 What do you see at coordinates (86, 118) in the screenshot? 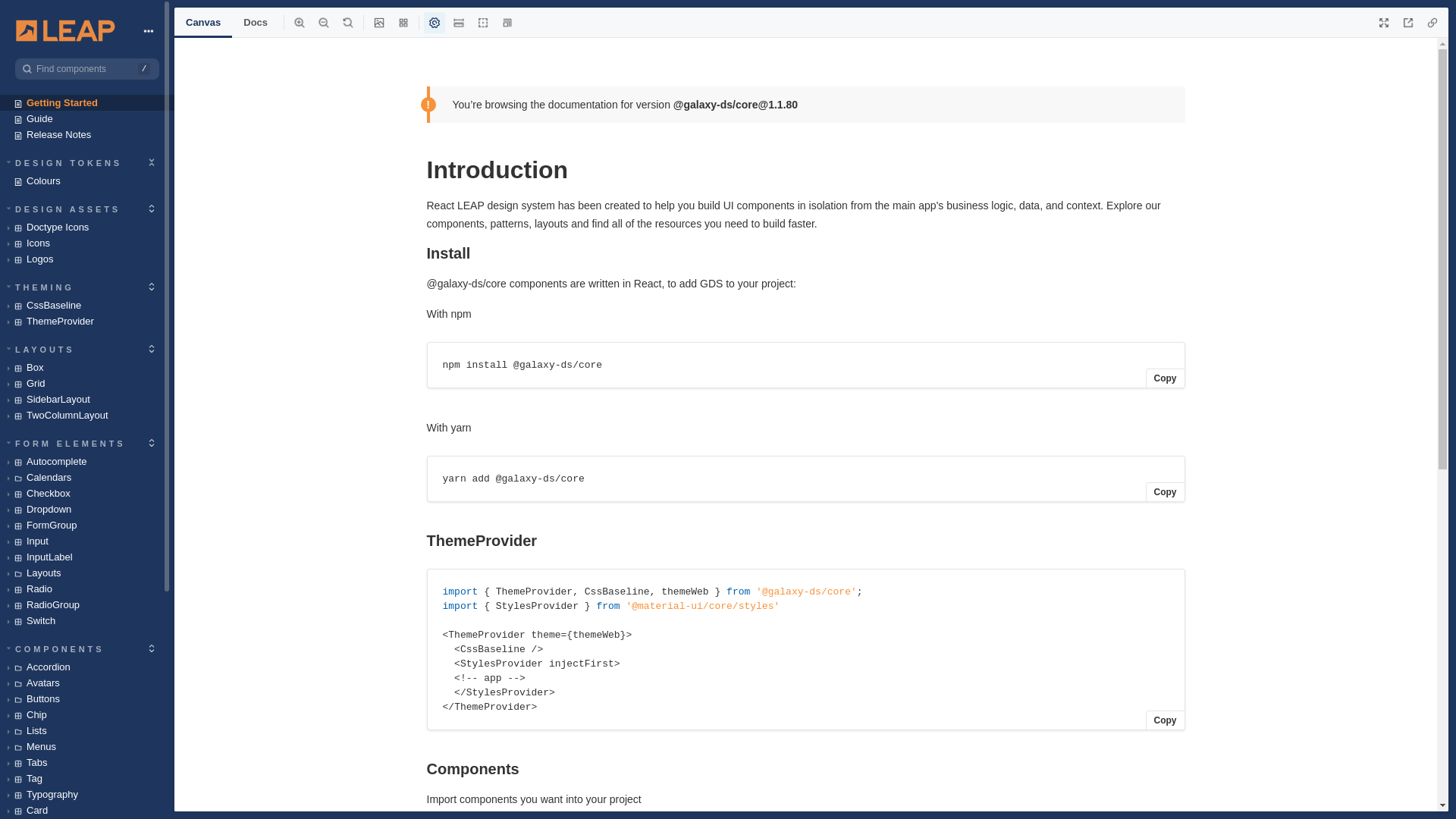
I see `'Guide'` at bounding box center [86, 118].